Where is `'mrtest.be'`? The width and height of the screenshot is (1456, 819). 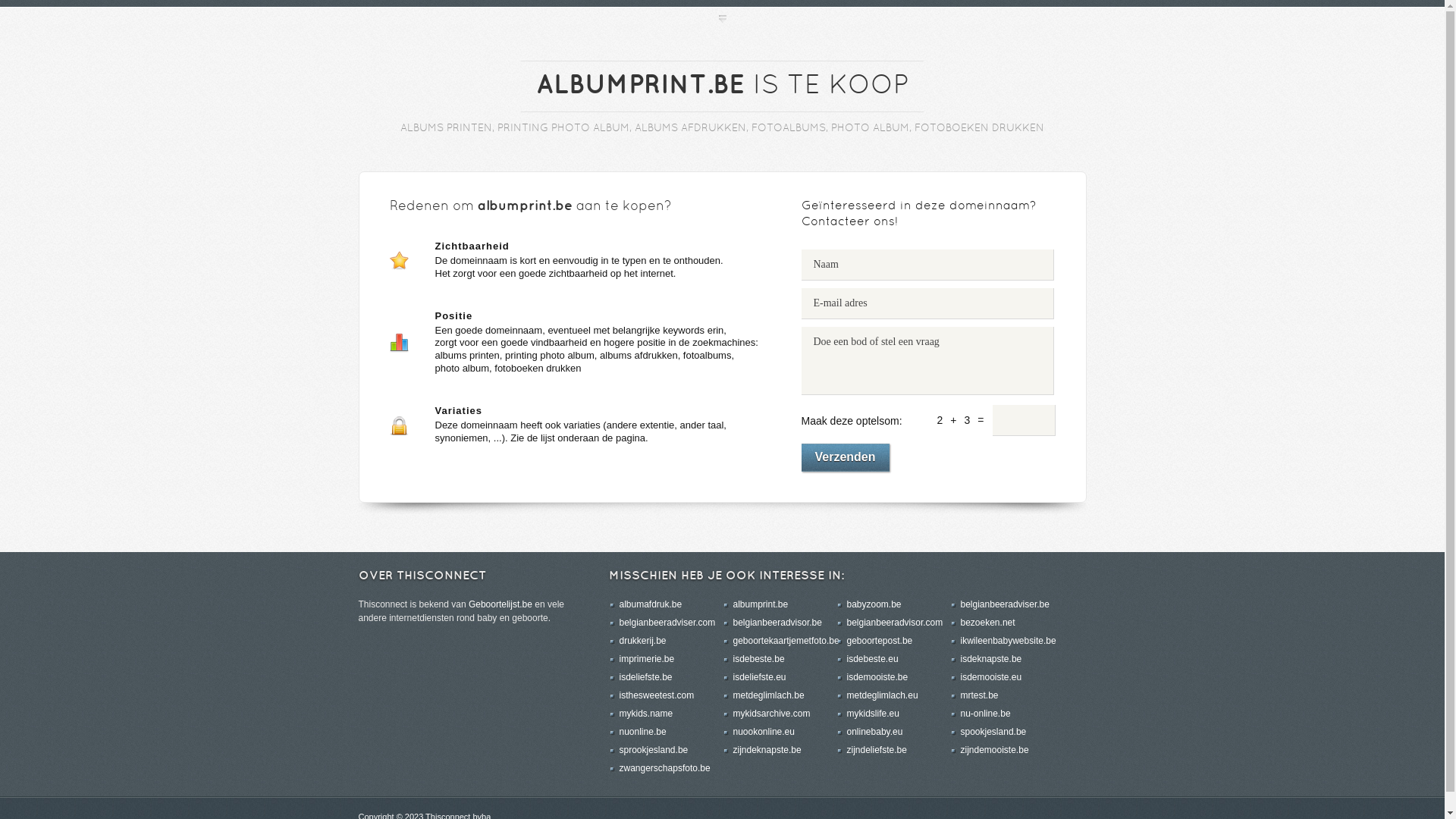
'mrtest.be' is located at coordinates (979, 695).